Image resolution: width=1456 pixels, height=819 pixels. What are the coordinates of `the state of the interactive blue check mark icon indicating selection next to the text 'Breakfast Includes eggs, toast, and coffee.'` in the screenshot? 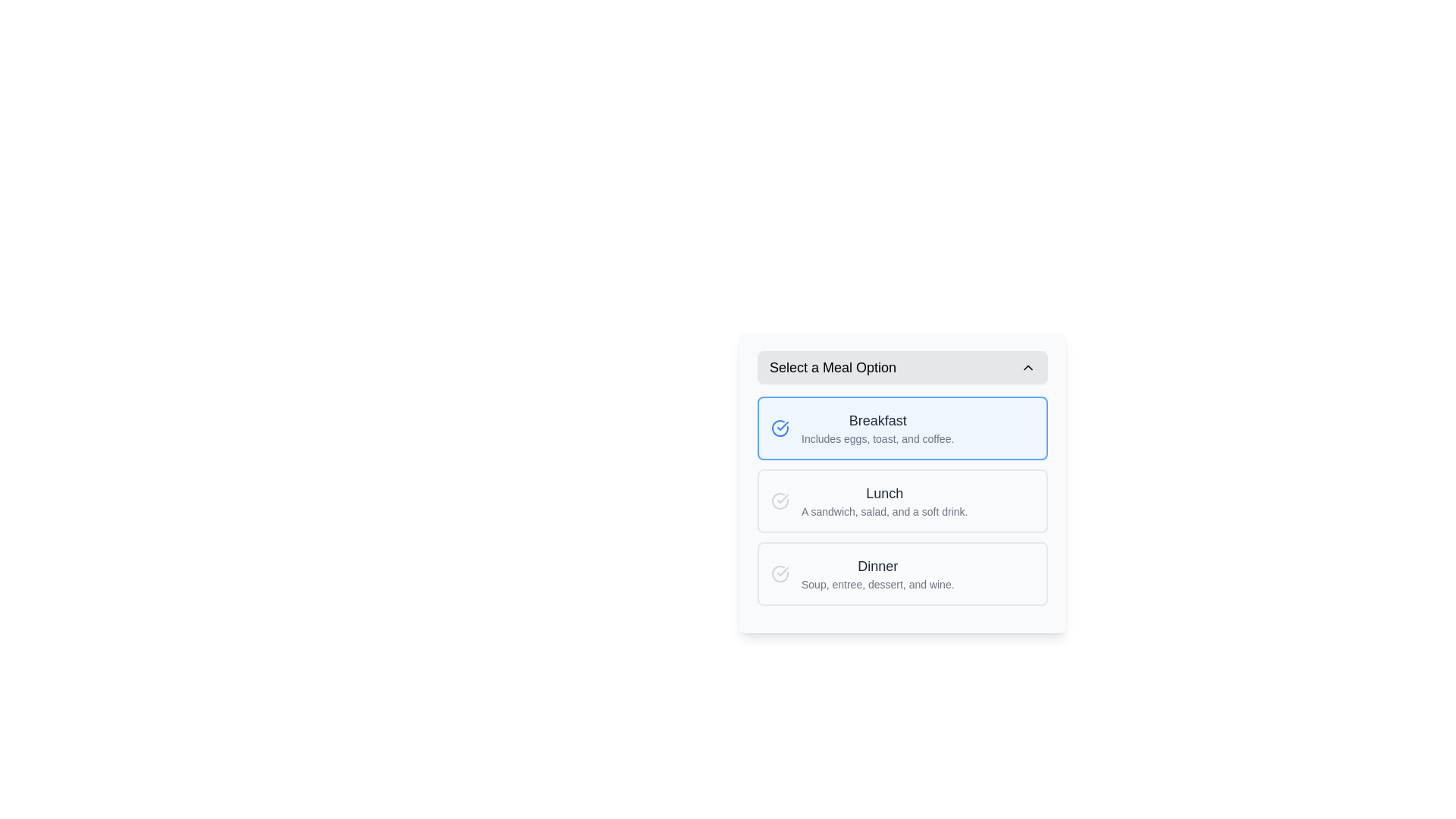 It's located at (780, 428).